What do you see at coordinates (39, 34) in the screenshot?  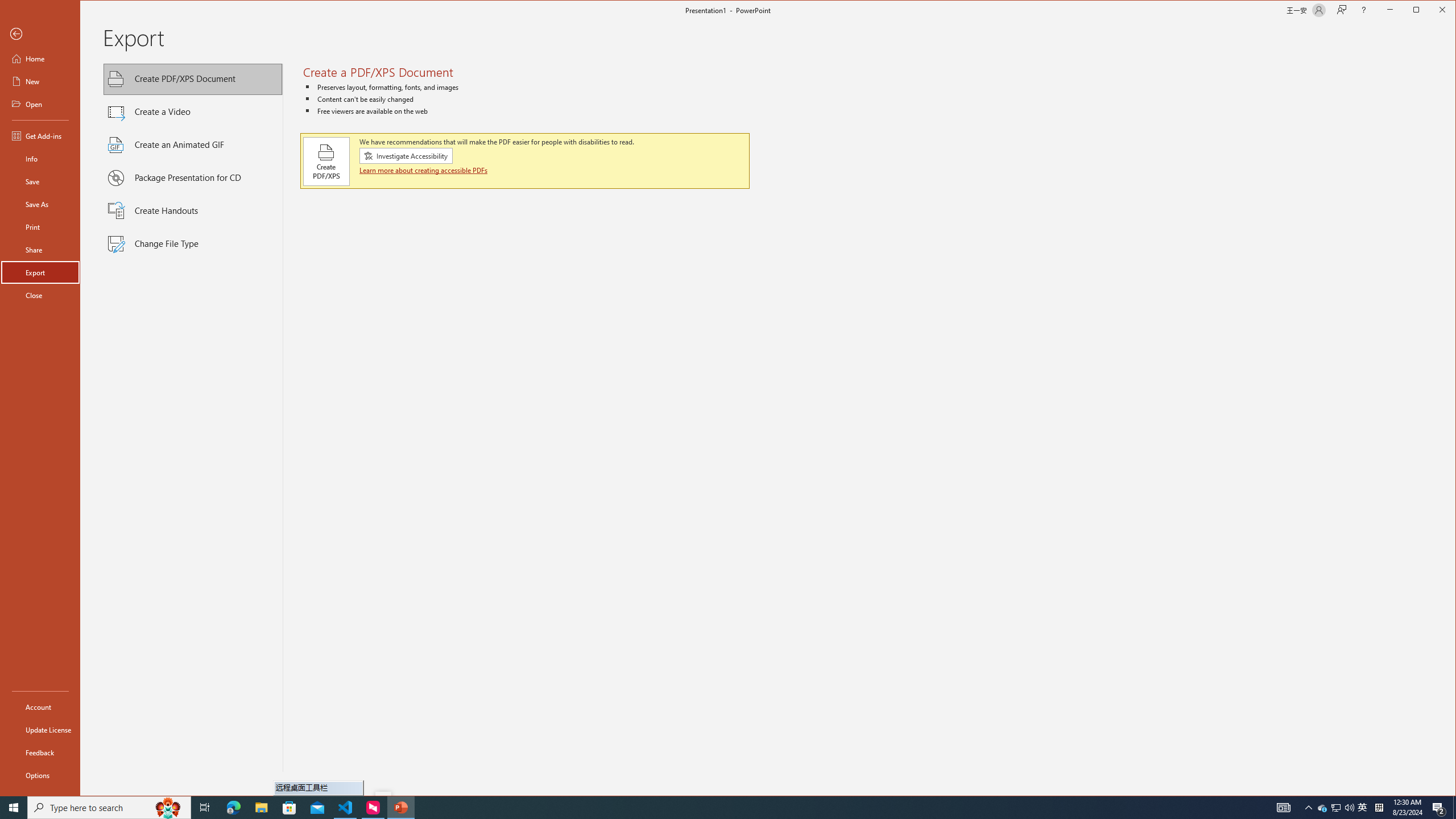 I see `'Back'` at bounding box center [39, 34].